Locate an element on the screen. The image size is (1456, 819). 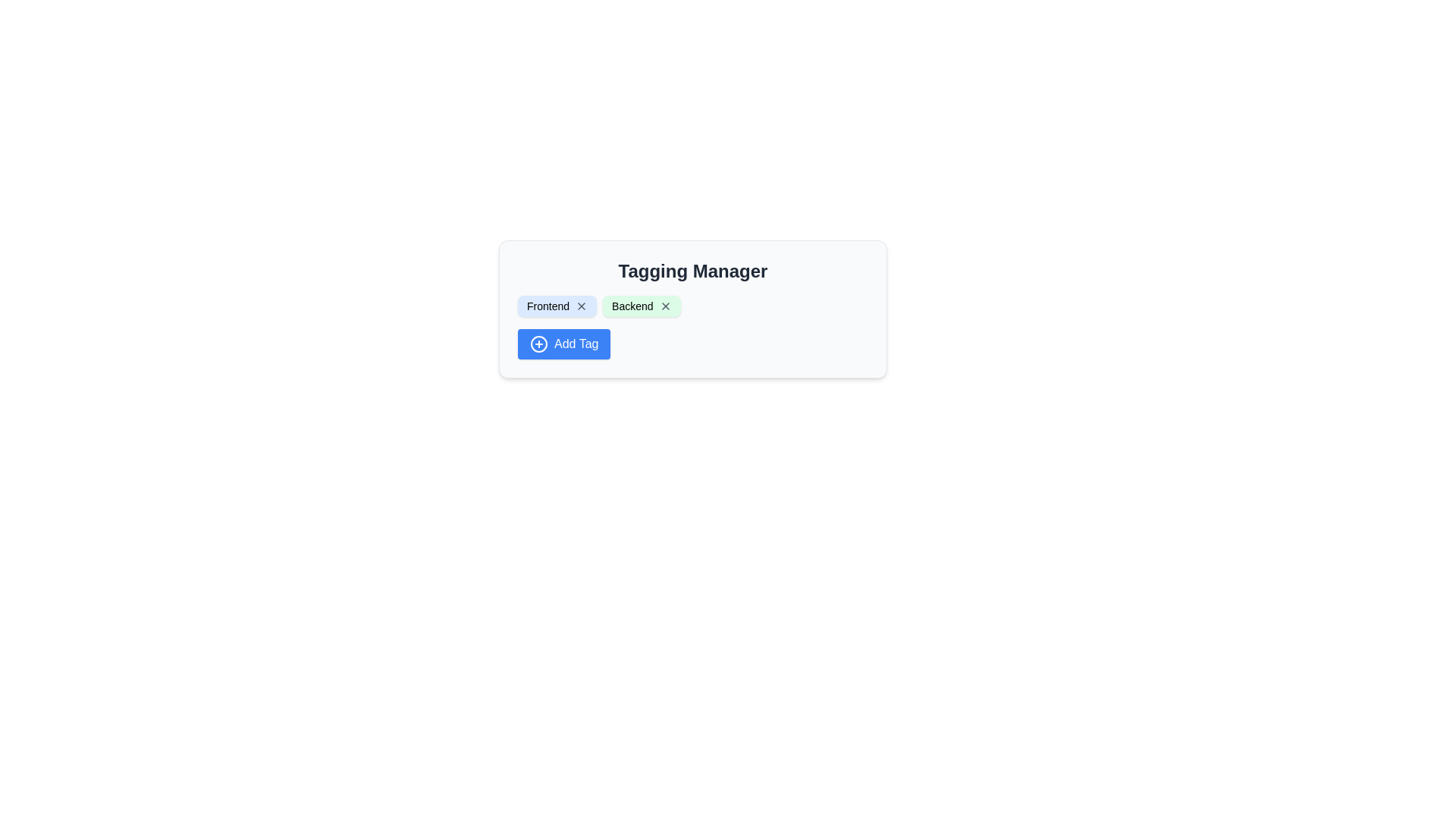
the decorative SVG circle element that supports the 'Add Tag' button, which is centrally positioned within the larger icon is located at coordinates (538, 344).